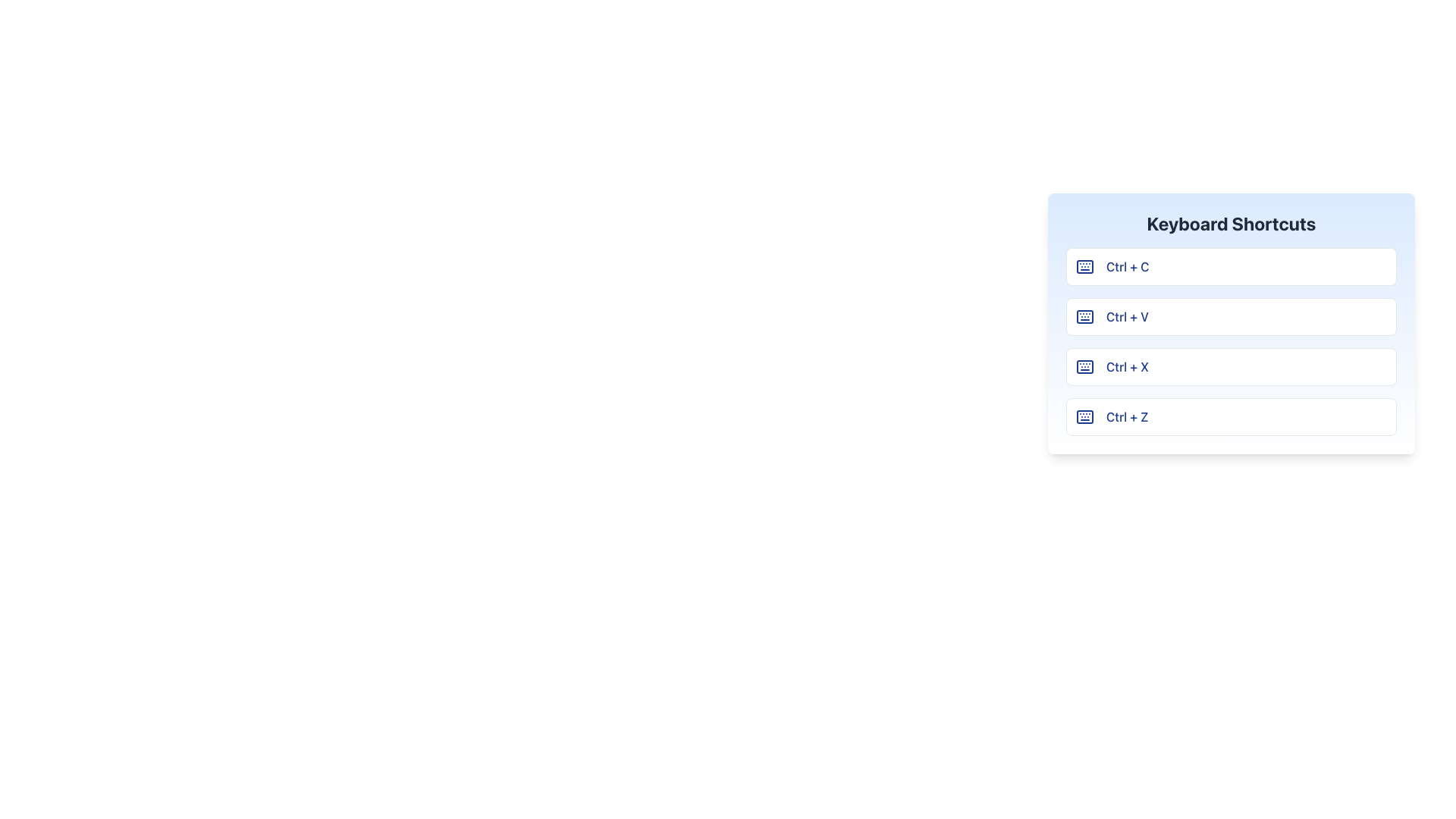 This screenshot has width=1456, height=819. What do you see at coordinates (1231, 417) in the screenshot?
I see `the 'Ctrl + Z' button, which is the fourth element in the 'Keyboard Shortcuts' group, to trigger the undo operation` at bounding box center [1231, 417].